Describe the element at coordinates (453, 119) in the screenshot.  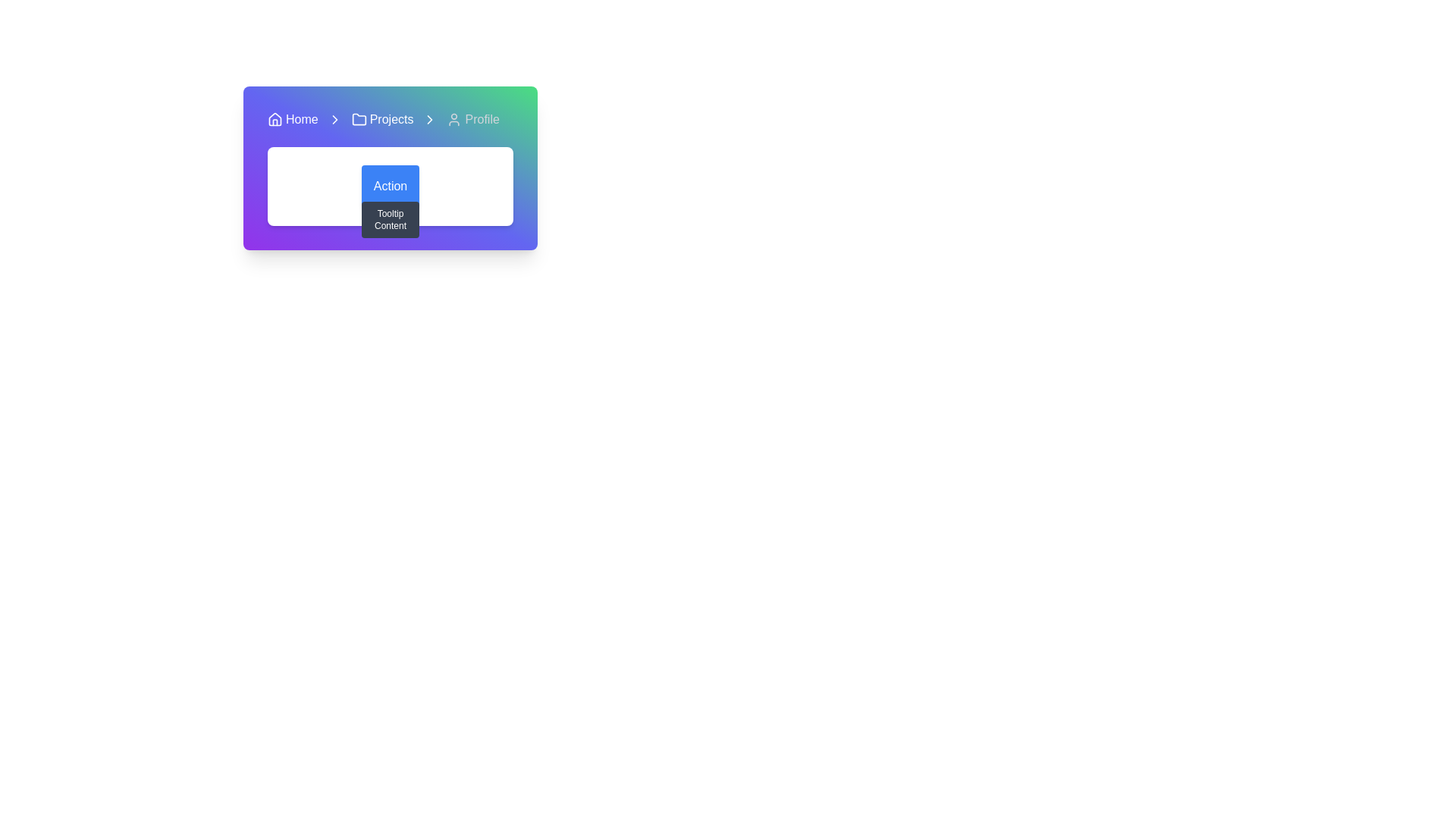
I see `the user-profile icon located in the navigation bar next to the 'Profile' label` at that location.